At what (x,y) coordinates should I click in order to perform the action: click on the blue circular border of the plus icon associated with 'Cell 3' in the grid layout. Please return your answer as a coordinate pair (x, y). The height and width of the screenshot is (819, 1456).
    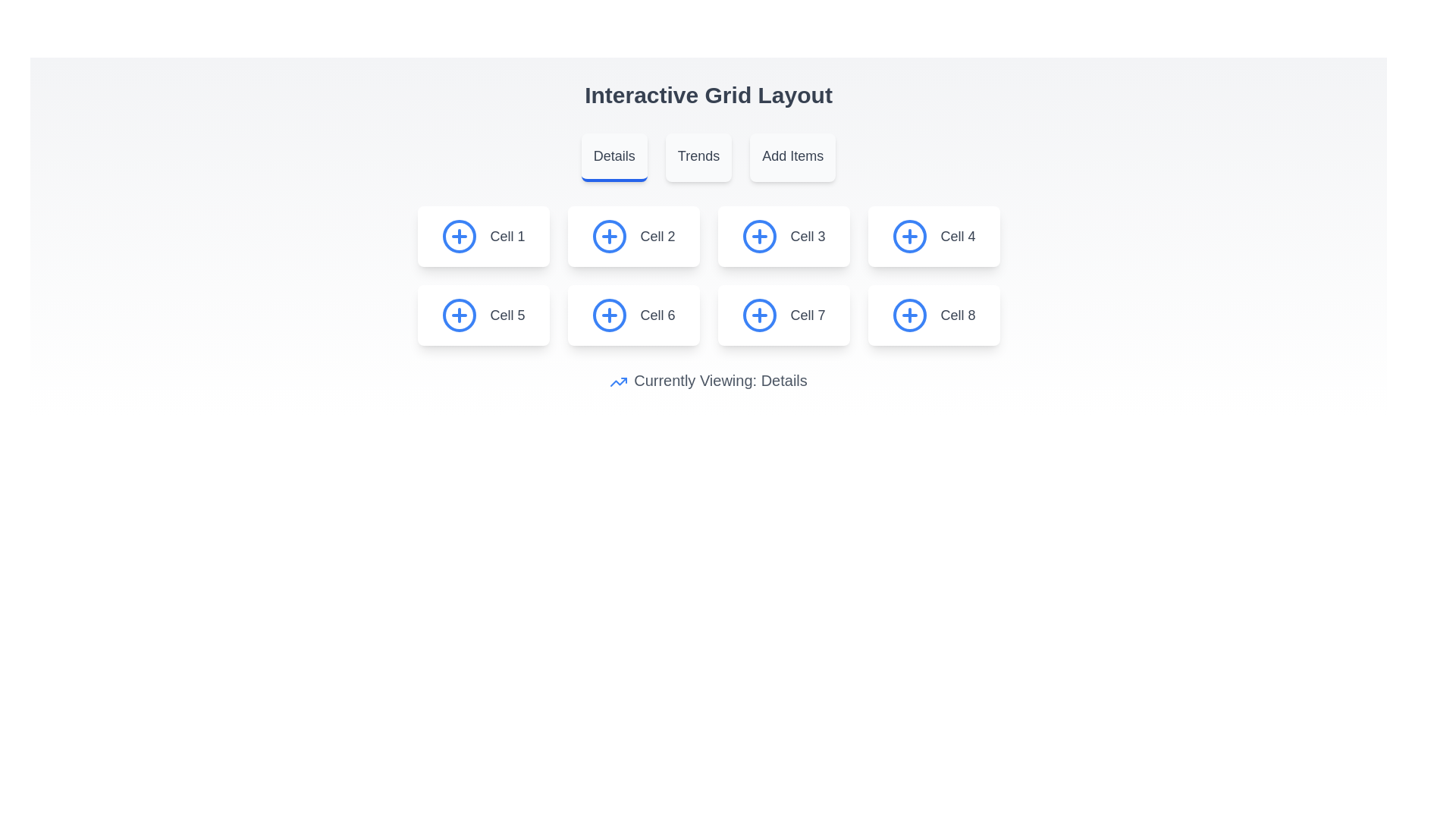
    Looking at the image, I should click on (760, 237).